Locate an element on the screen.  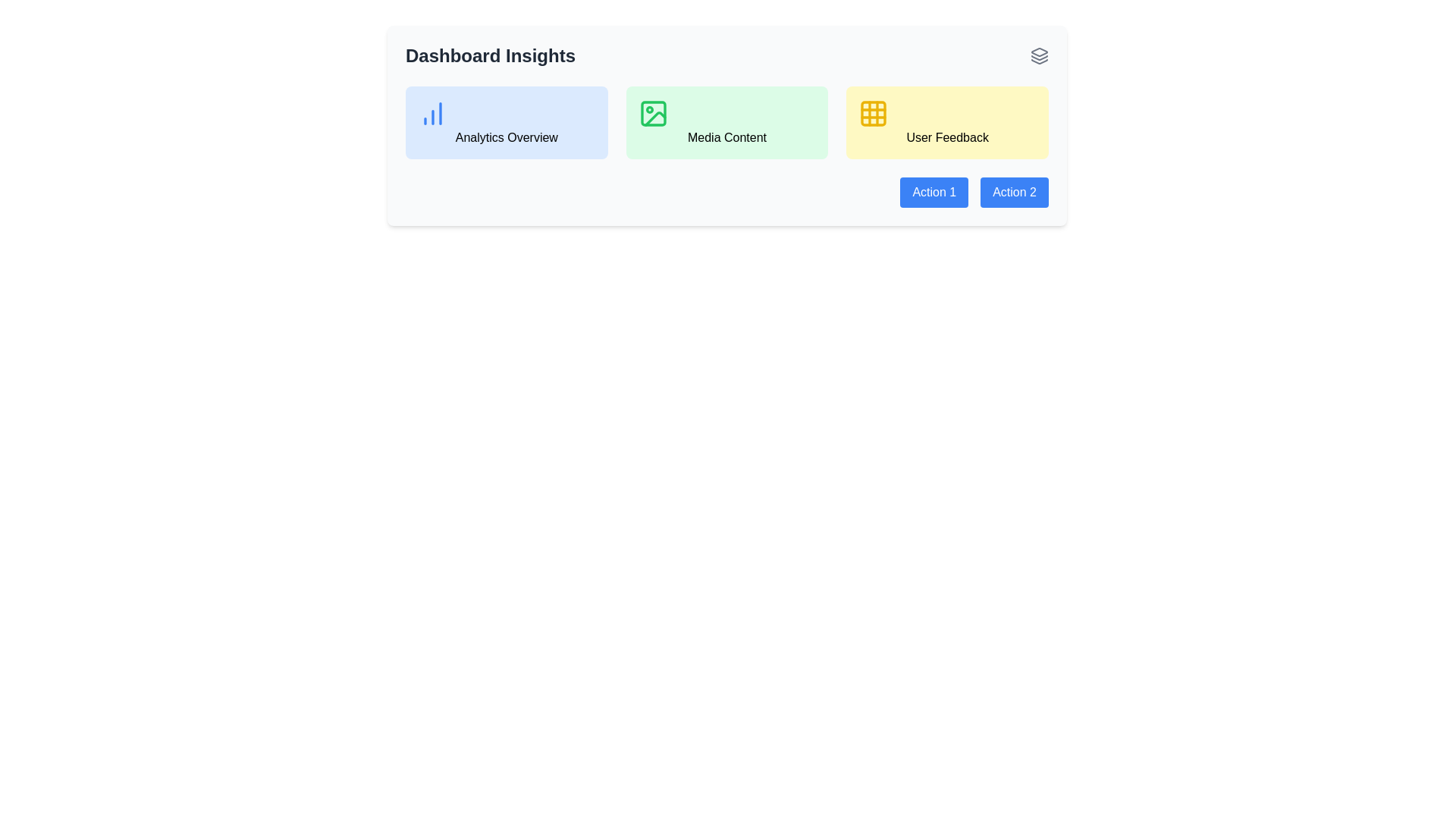
the 'Action 1' button located at the bottom-right corner of the 'Dashboard Insights' section is located at coordinates (934, 192).